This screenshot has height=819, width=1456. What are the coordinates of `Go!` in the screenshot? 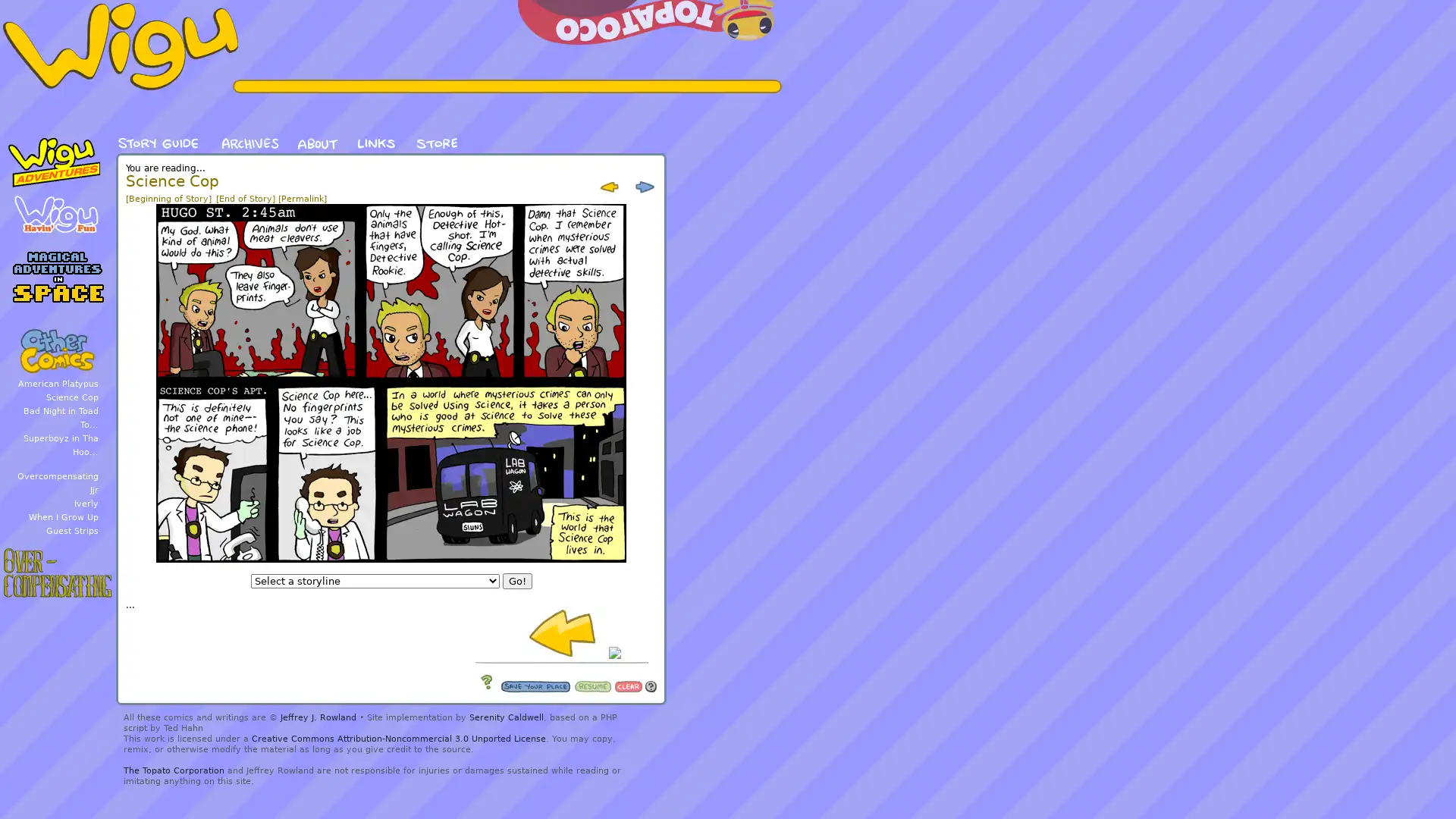 It's located at (516, 580).